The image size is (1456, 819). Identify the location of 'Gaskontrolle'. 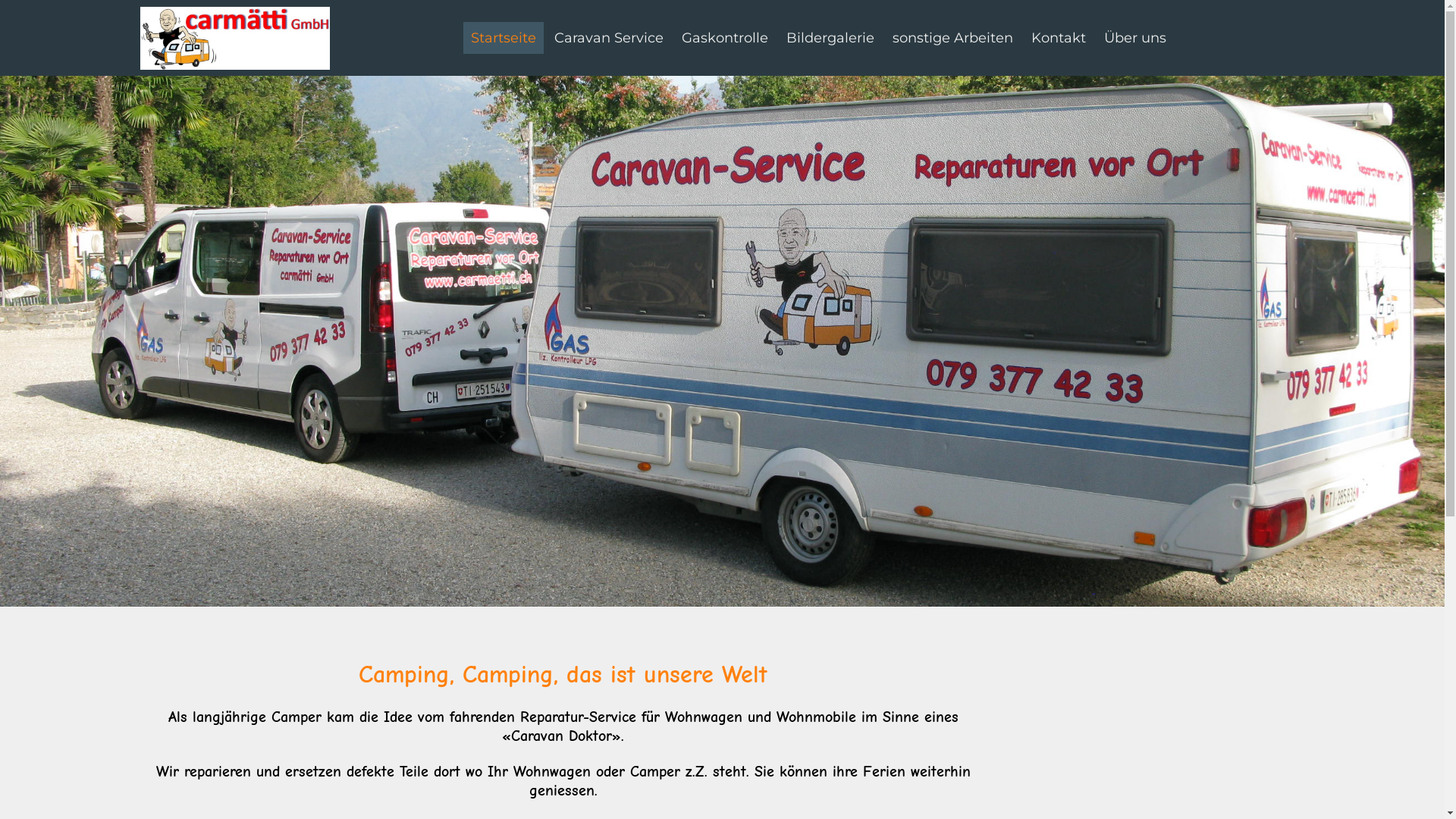
(680, 37).